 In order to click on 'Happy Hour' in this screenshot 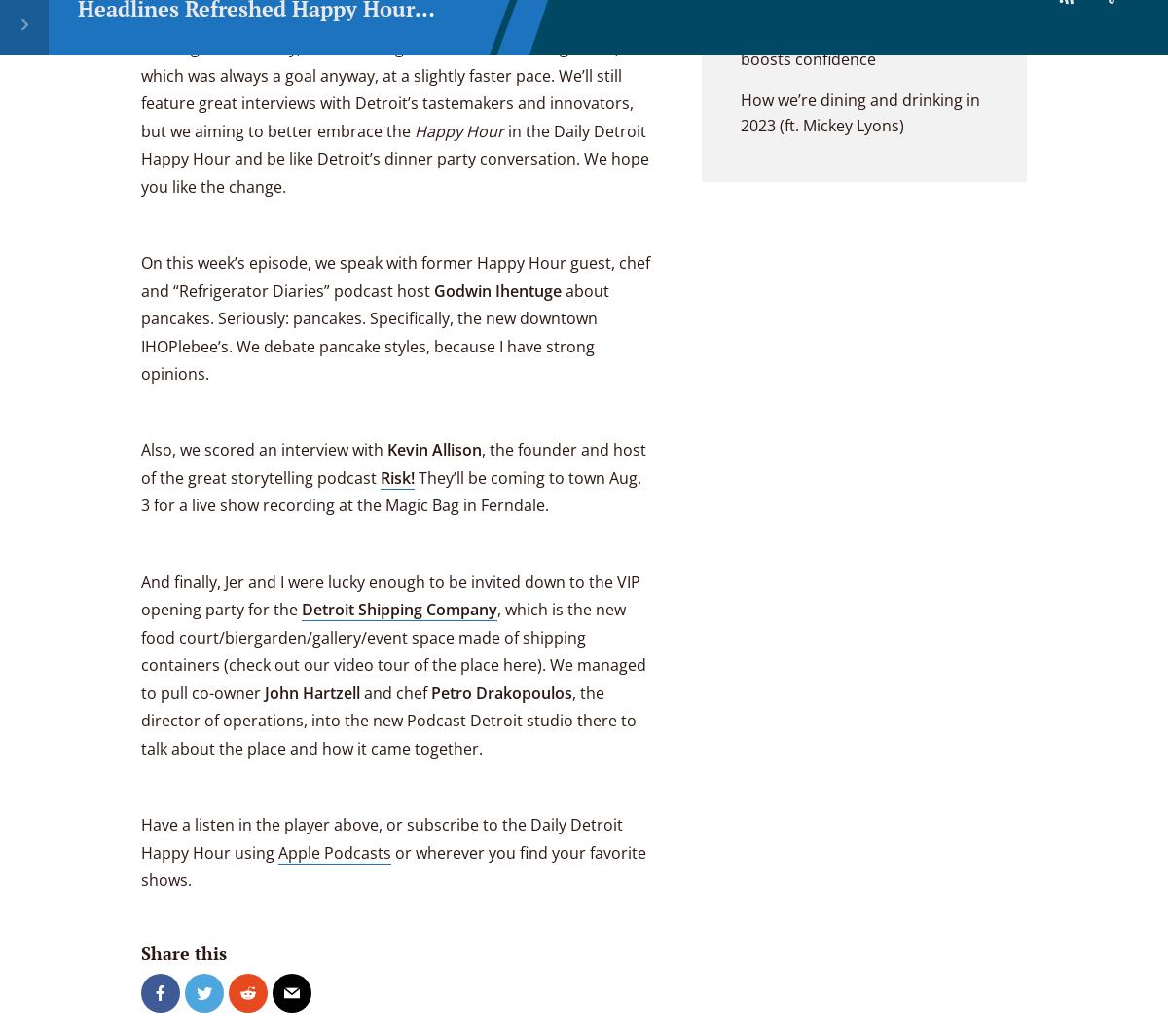, I will do `click(415, 129)`.